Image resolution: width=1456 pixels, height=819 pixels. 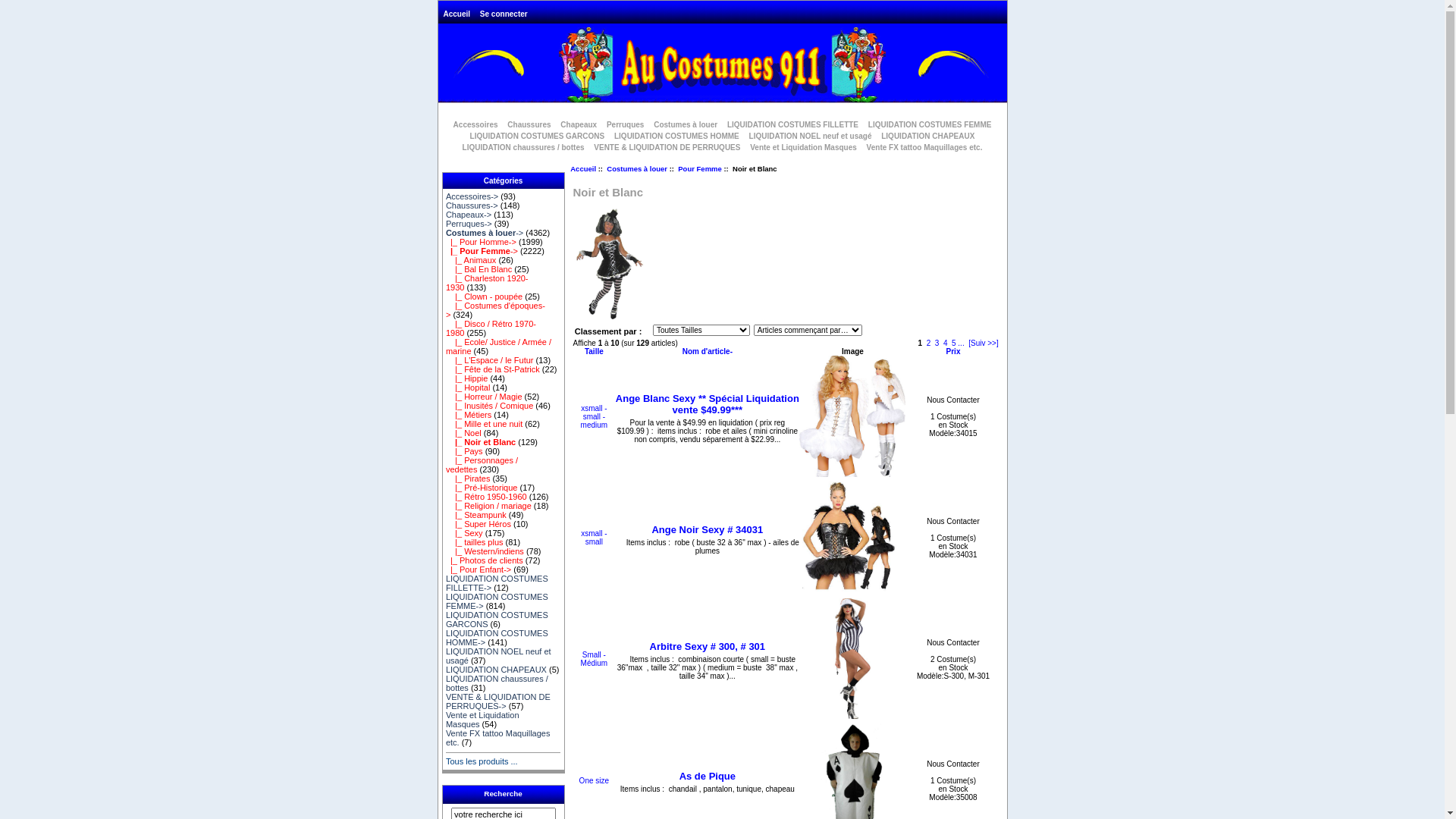 I want to click on 'Arbitre Sexy # 300, # 301', so click(x=707, y=646).